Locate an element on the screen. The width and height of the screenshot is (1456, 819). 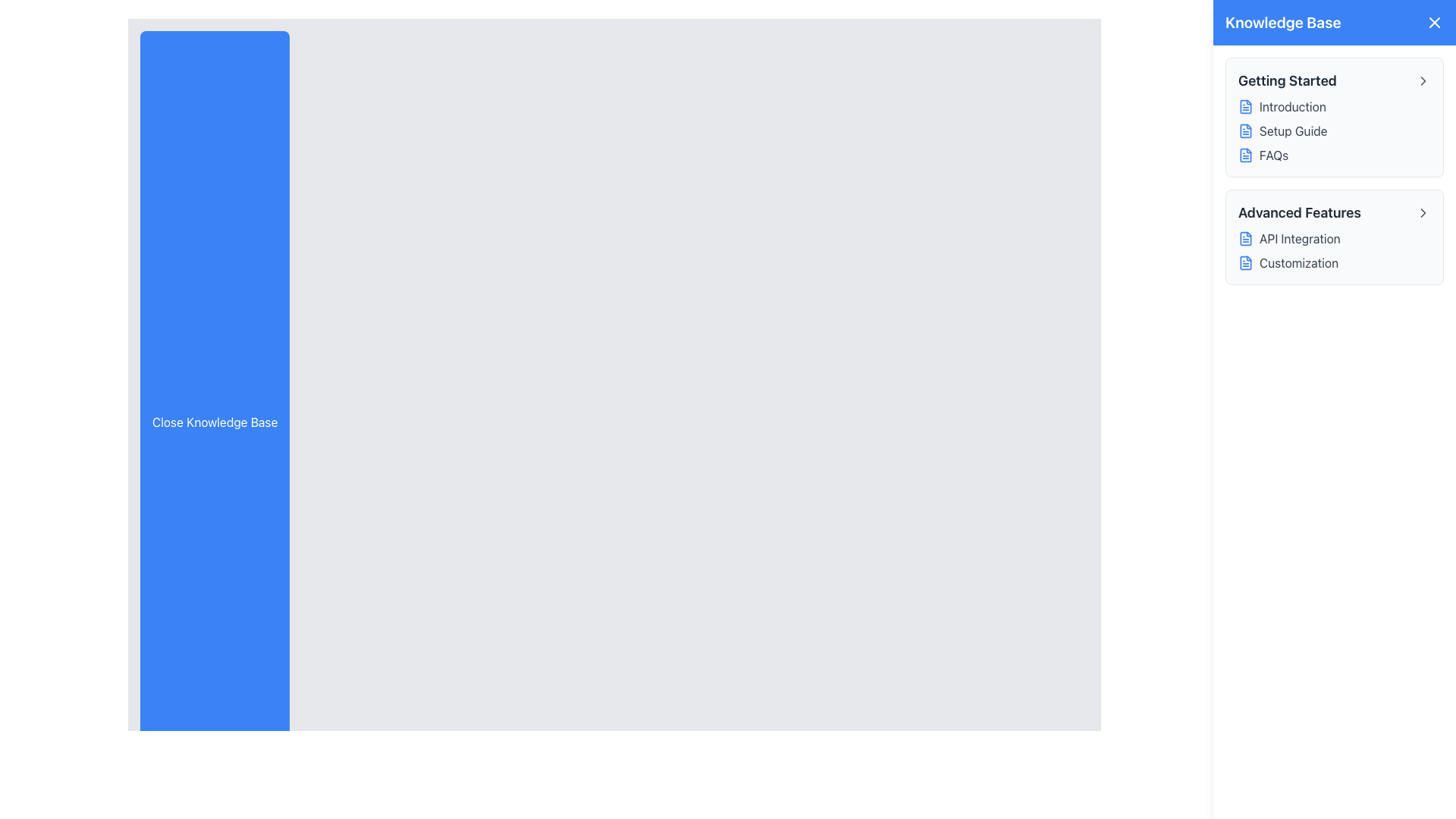
the small blue icon representing a file document with a text-like symbol, located next to the text 'Customization' in the right-side panel is located at coordinates (1245, 262).